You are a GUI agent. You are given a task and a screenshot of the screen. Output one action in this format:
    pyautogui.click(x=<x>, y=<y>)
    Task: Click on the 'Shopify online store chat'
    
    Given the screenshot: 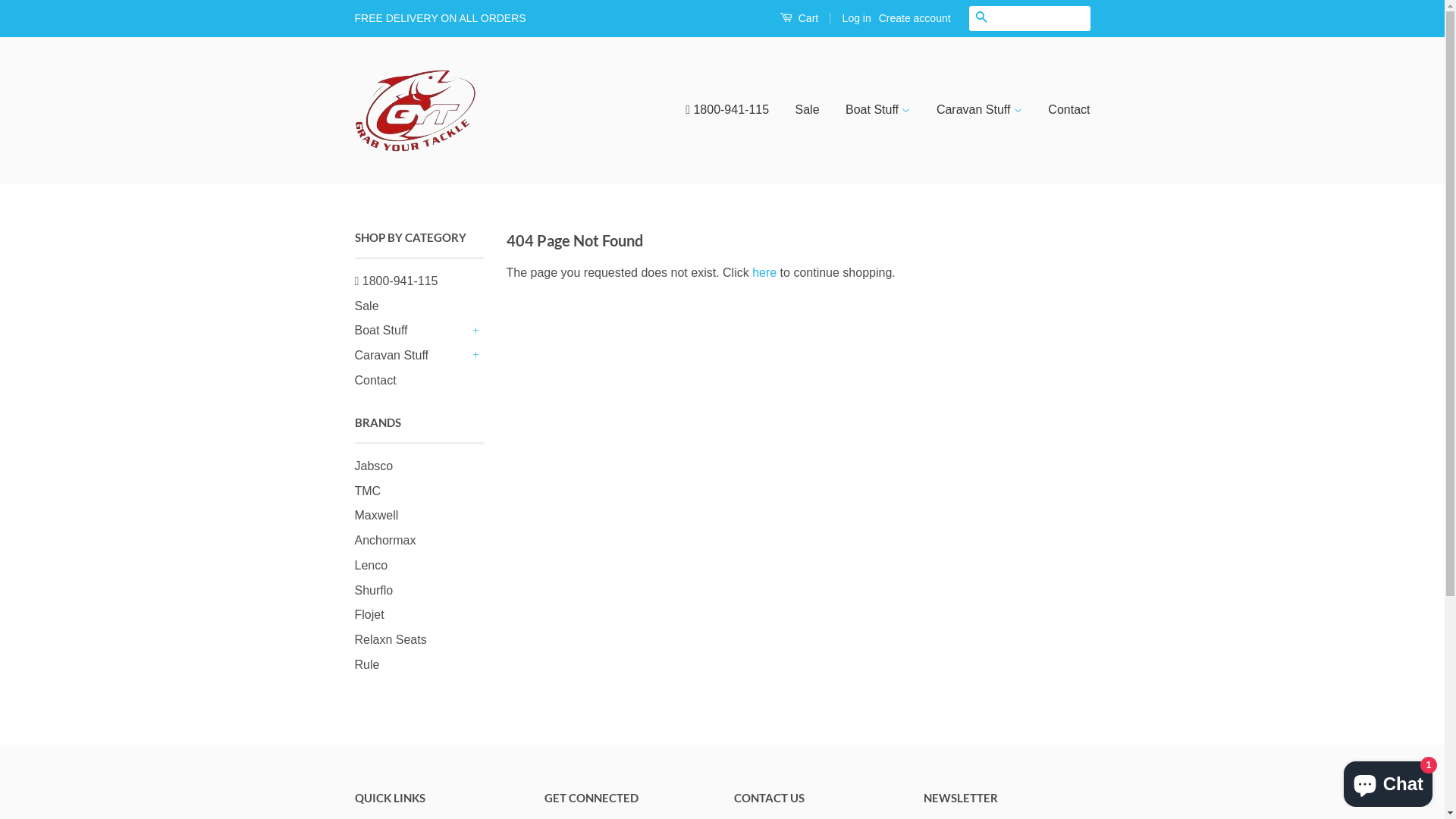 What is the action you would take?
    pyautogui.click(x=1388, y=780)
    